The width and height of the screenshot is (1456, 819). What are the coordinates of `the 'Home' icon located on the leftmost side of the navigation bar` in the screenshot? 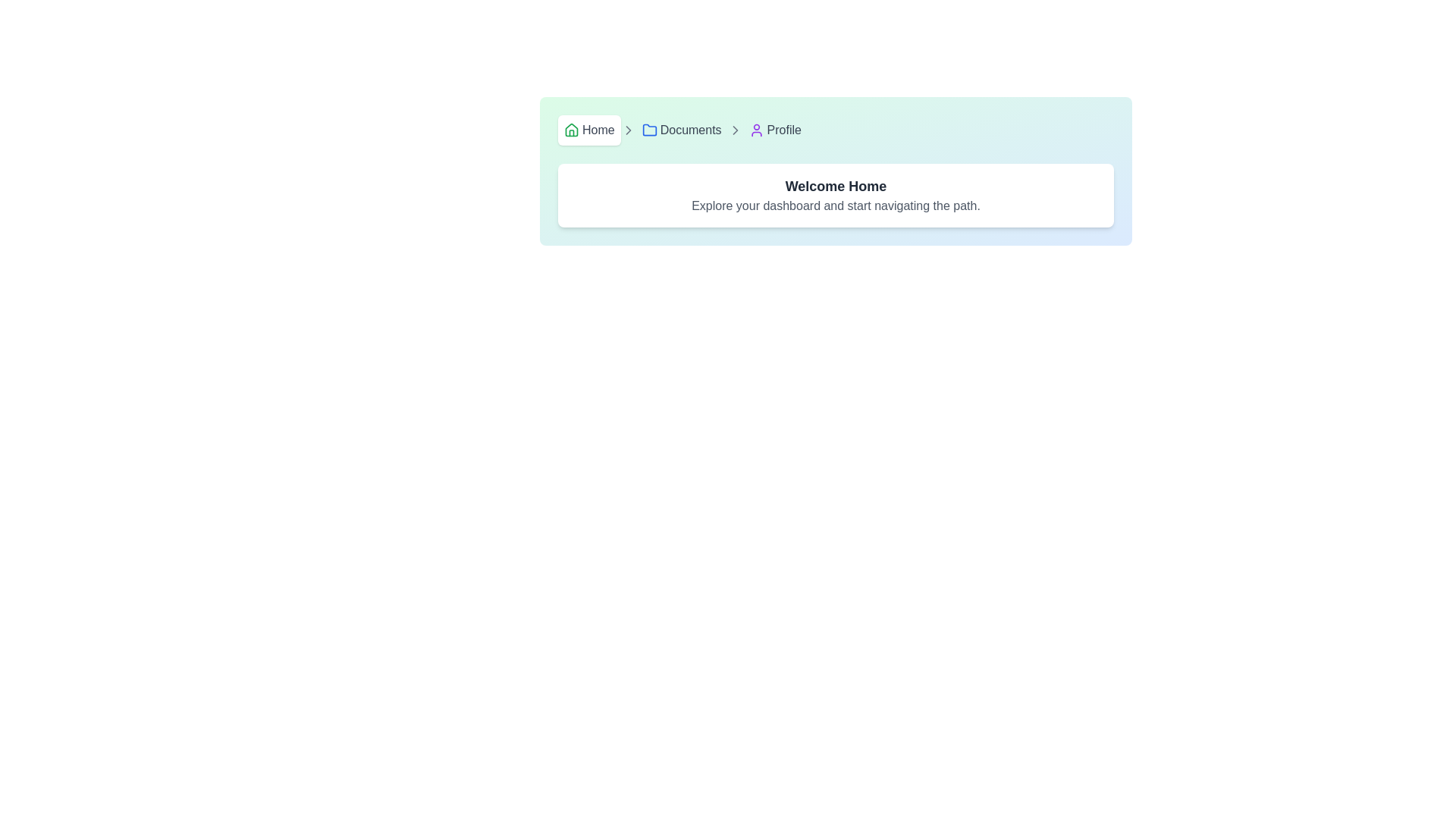 It's located at (570, 130).